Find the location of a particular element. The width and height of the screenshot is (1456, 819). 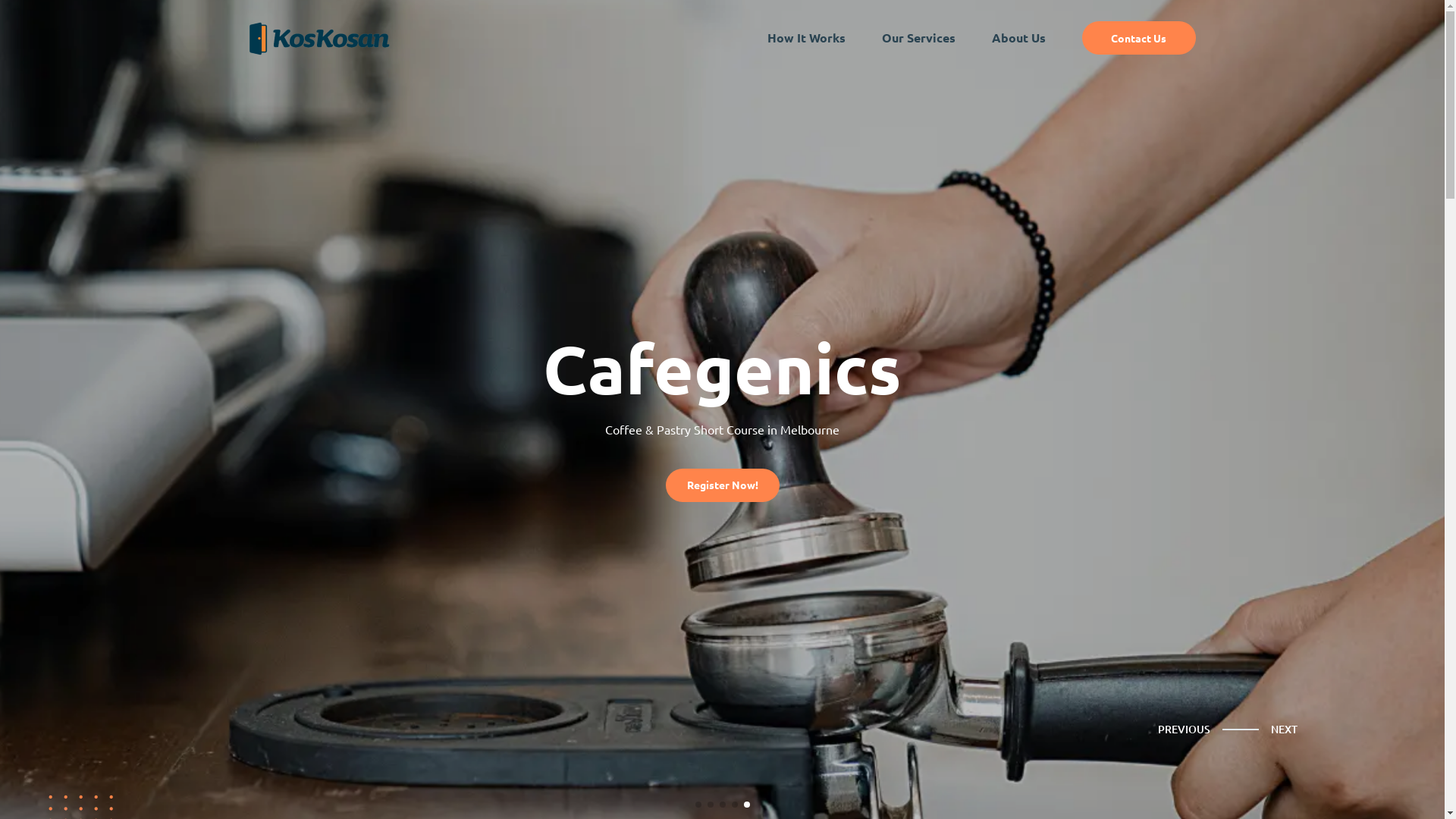

'Our Services' is located at coordinates (917, 37).